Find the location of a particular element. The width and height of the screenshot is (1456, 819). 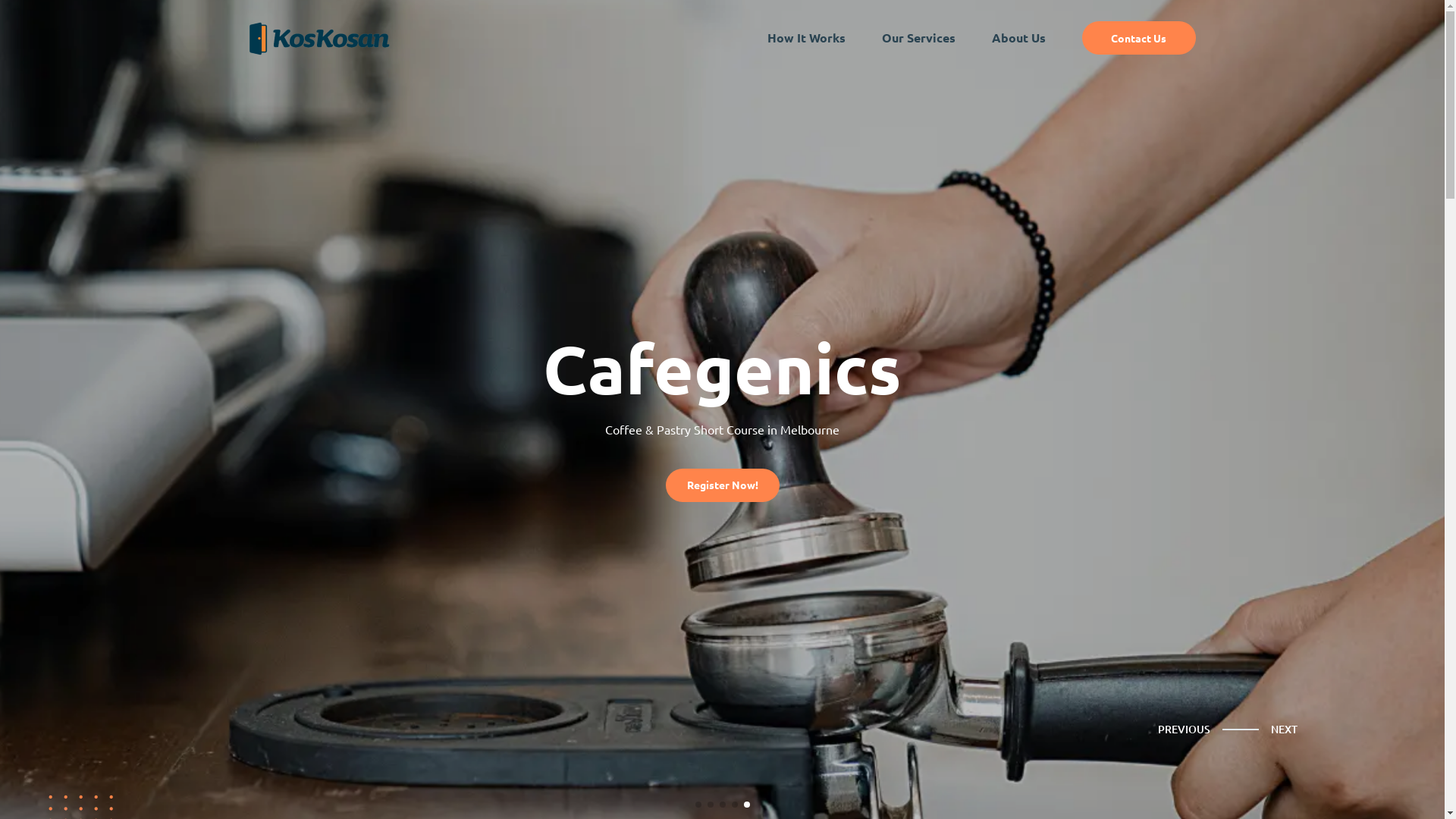

'Our Services' is located at coordinates (917, 37).